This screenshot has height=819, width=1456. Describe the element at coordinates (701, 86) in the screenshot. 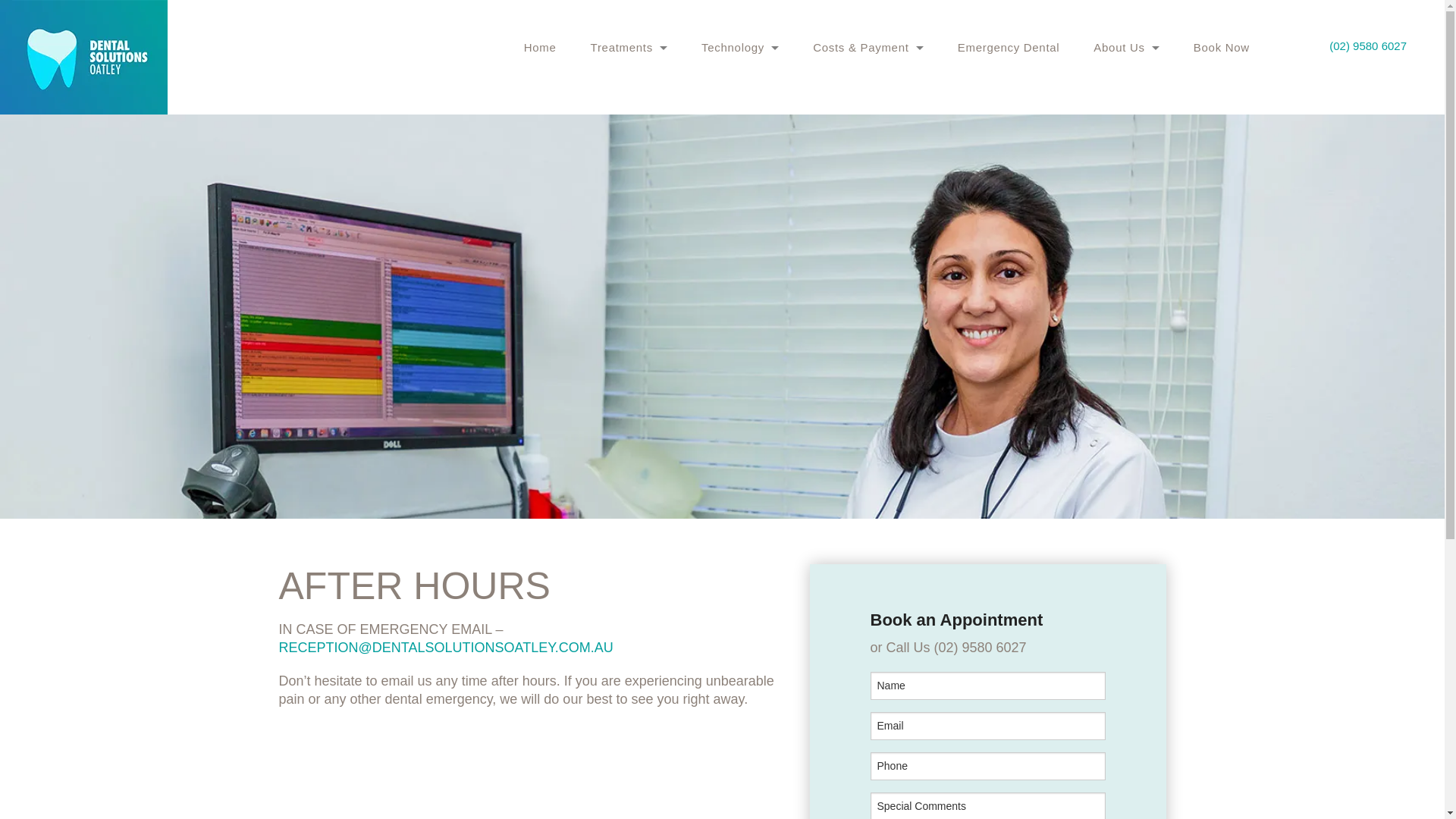

I see `'Diode Laser Dentistry'` at that location.